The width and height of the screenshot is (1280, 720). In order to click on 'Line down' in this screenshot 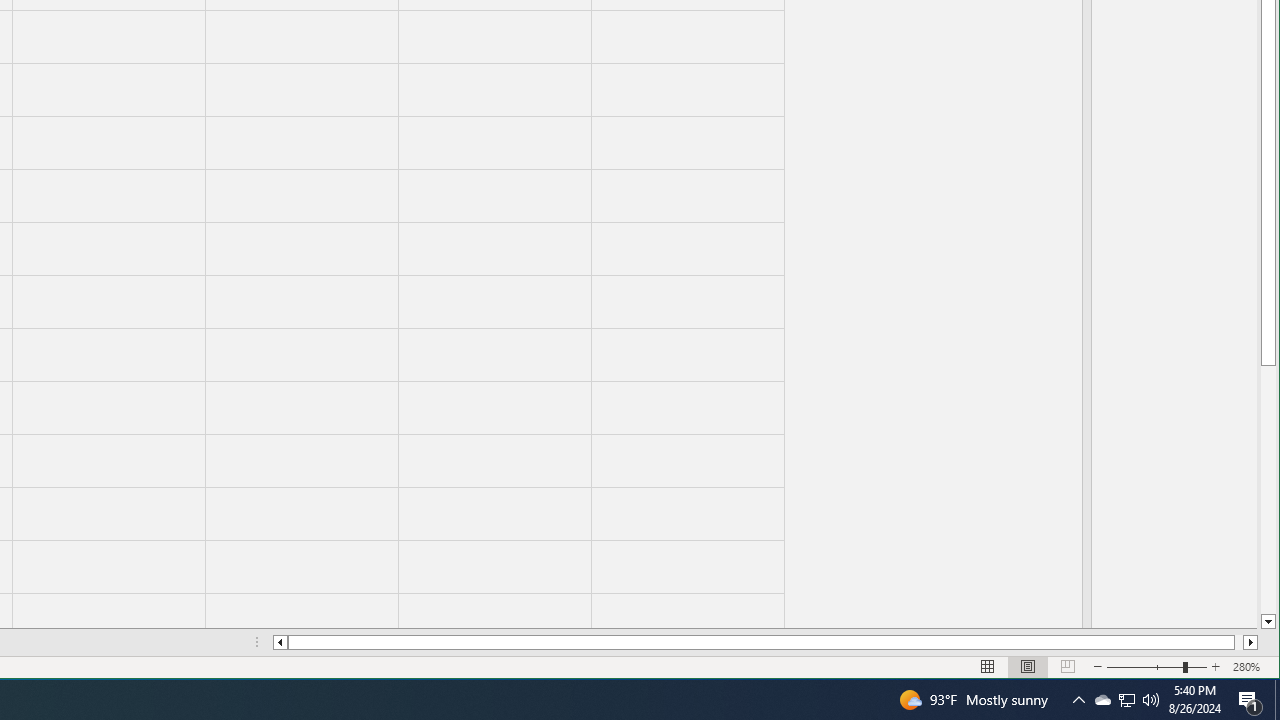, I will do `click(1267, 621)`.